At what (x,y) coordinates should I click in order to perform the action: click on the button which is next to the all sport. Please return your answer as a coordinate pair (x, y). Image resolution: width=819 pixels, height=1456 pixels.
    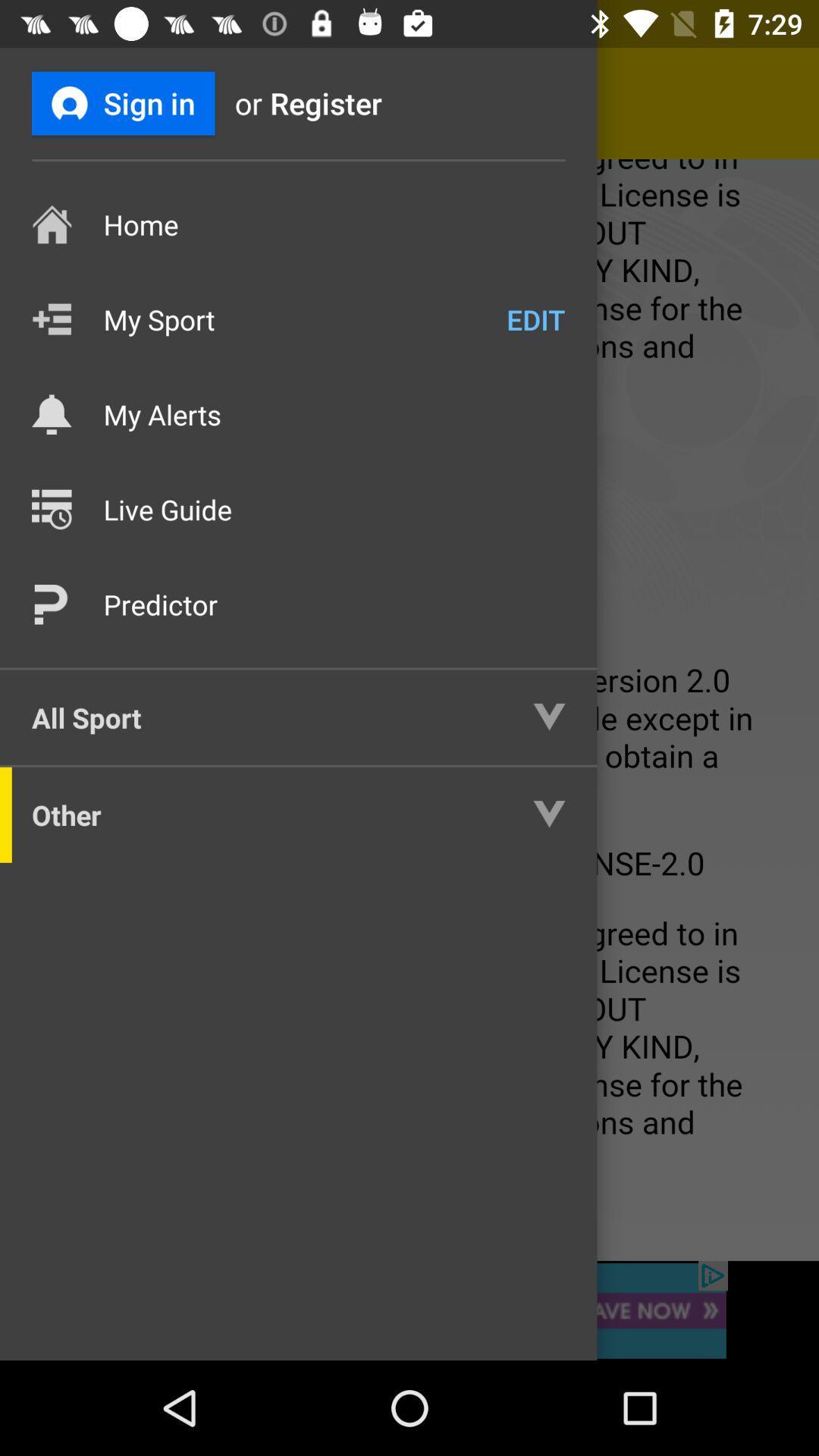
    Looking at the image, I should click on (533, 717).